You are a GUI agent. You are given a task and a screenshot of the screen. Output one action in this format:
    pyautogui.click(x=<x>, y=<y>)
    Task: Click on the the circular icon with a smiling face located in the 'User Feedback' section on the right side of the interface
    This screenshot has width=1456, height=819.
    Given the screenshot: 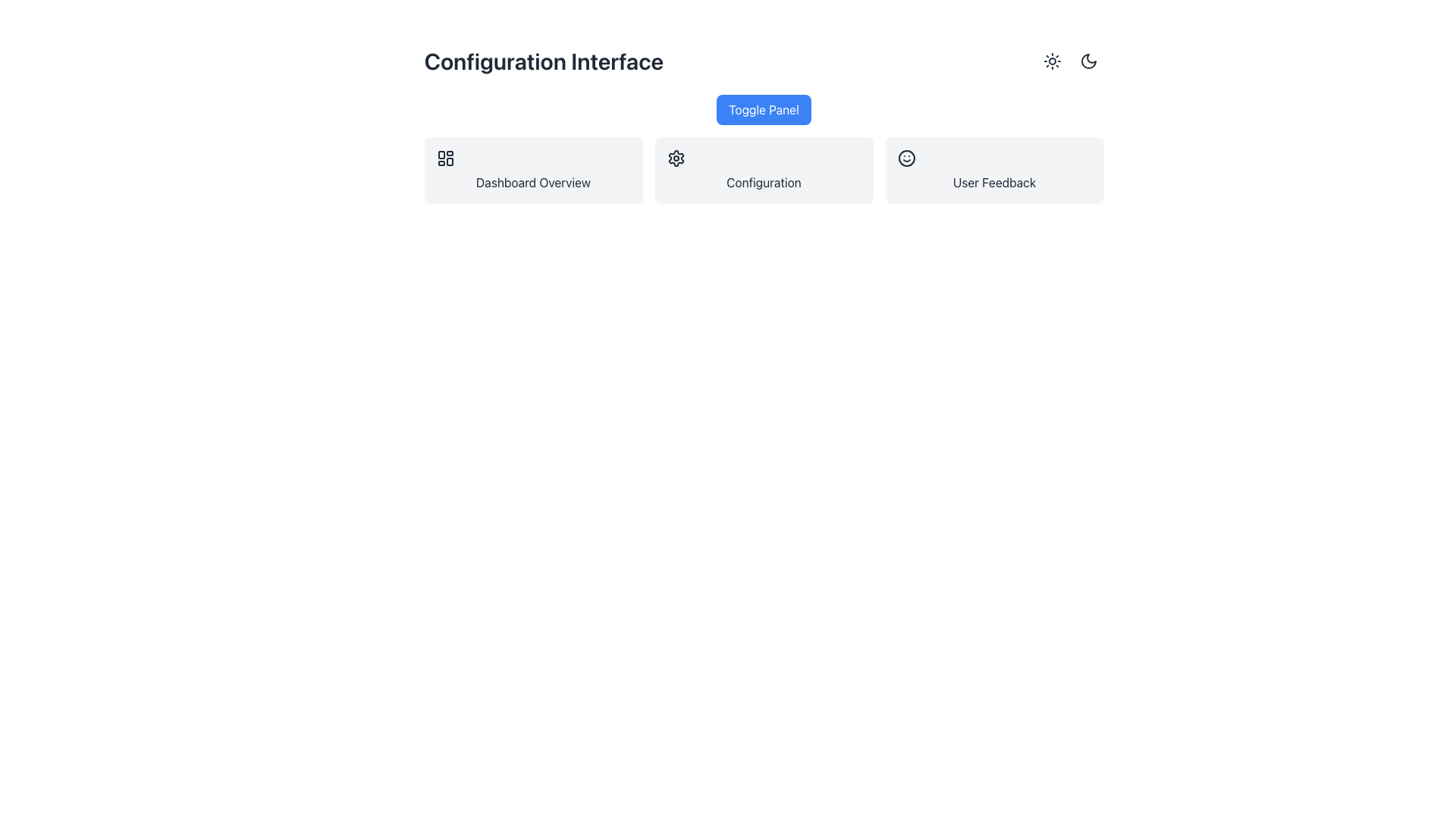 What is the action you would take?
    pyautogui.click(x=906, y=158)
    